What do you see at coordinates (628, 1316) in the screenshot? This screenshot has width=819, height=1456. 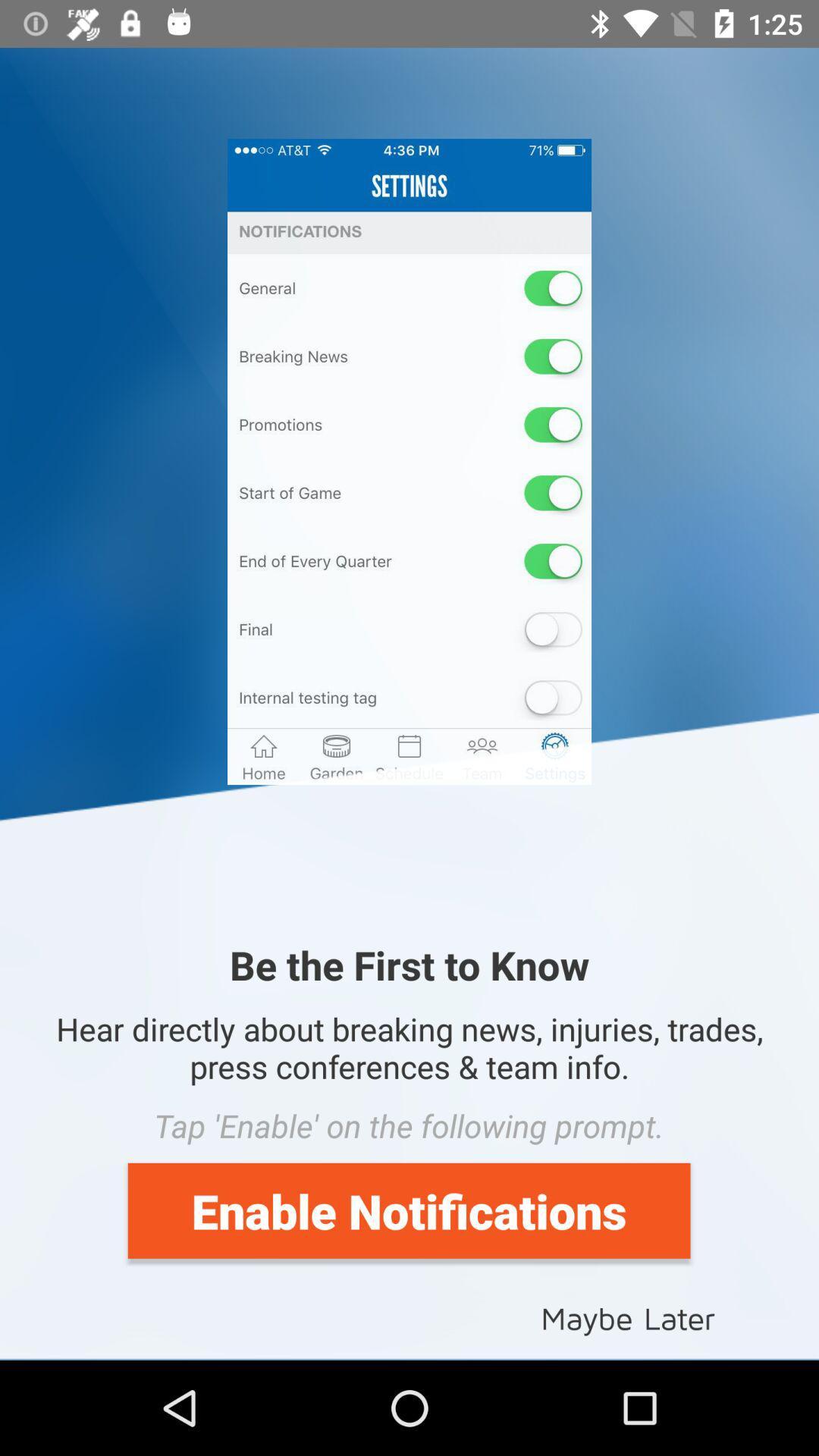 I see `icon below the enable notifications item` at bounding box center [628, 1316].